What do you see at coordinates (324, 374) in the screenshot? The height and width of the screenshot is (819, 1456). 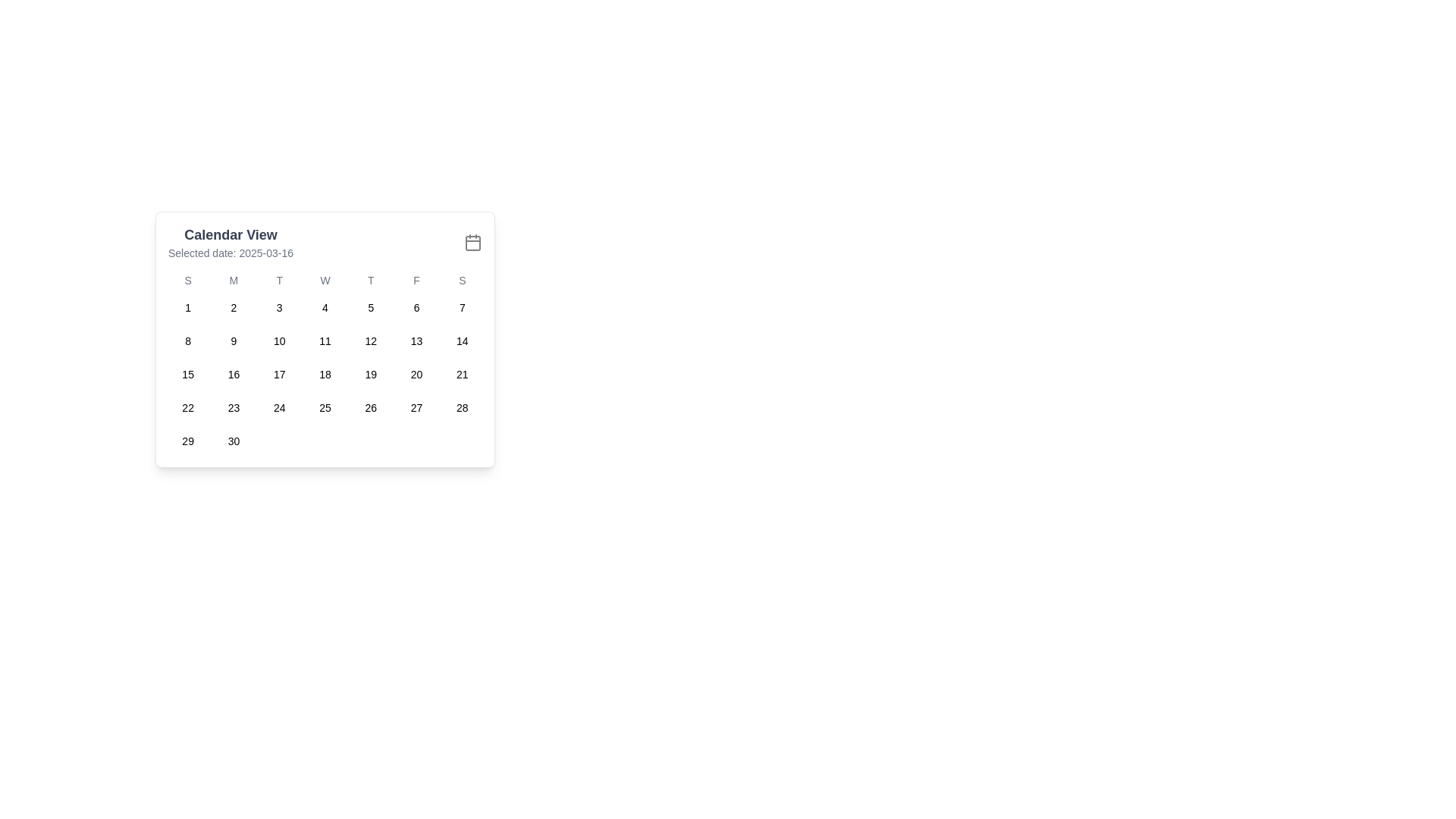 I see `the clickable number '18' element in the third row and fourth column of the calendar grid, positioned under the 'W' weekday header` at bounding box center [324, 374].